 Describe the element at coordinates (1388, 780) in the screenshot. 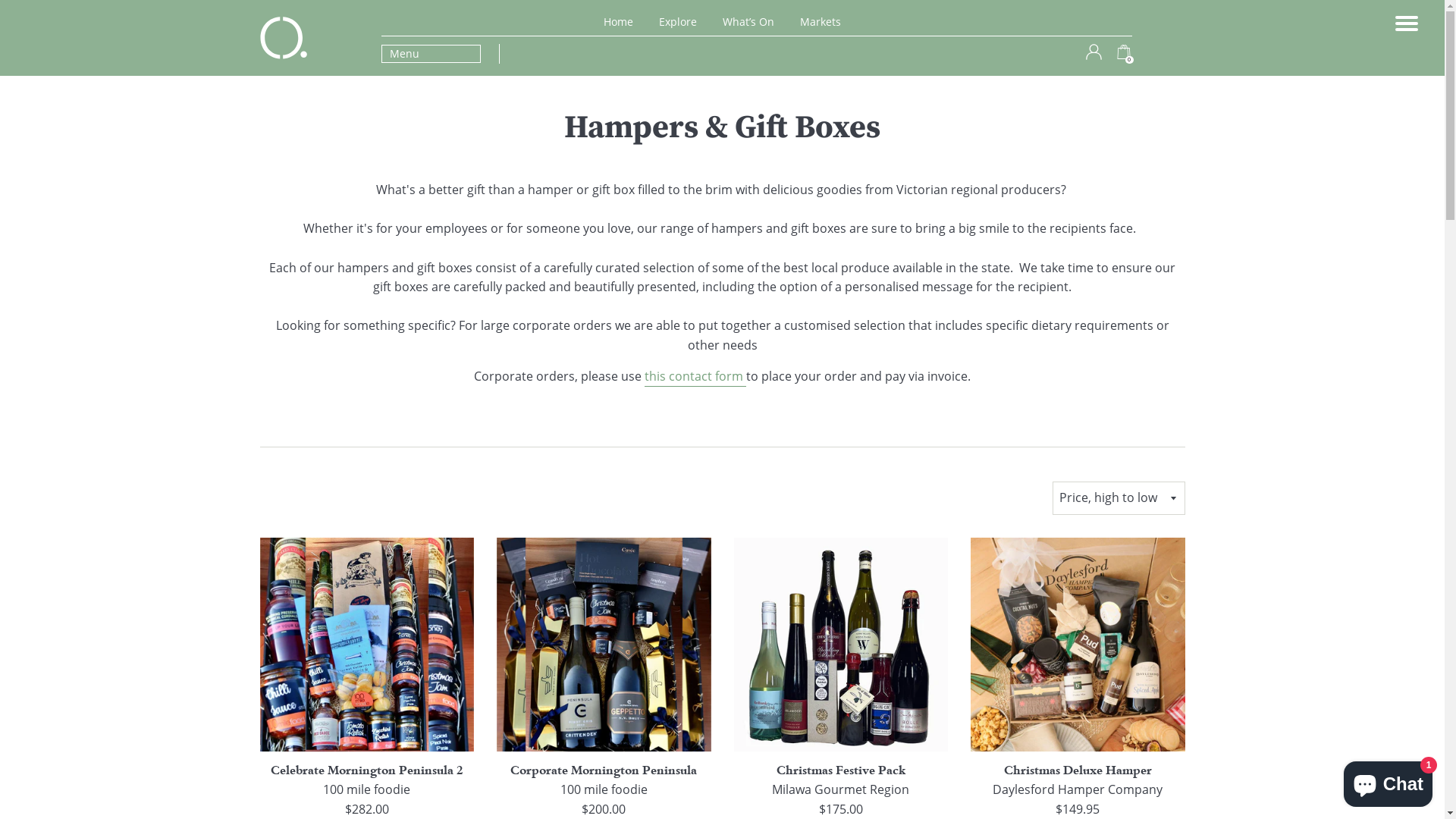

I see `'Shopify online store chat'` at that location.